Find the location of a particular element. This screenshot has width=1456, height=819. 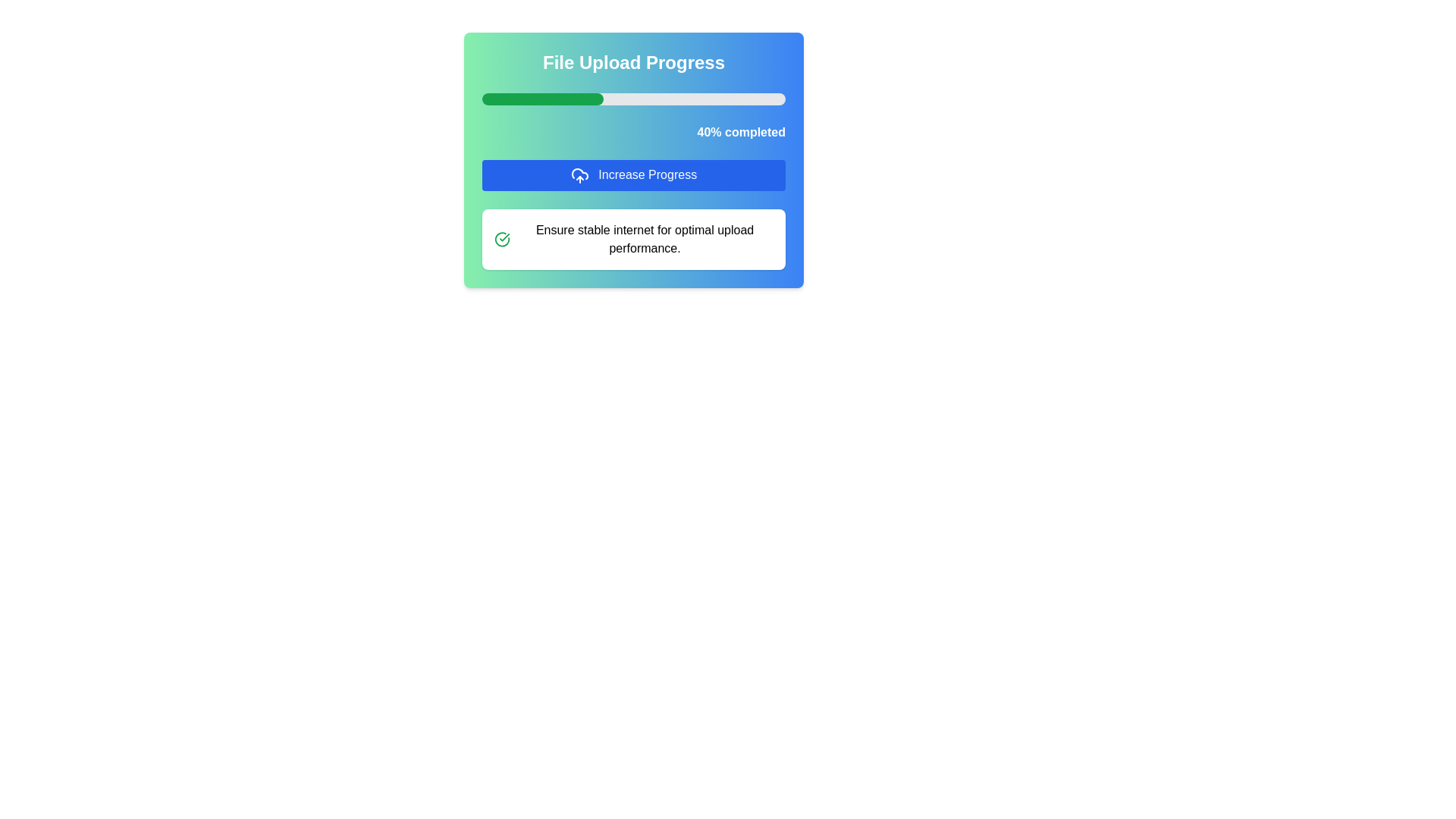

the cloud upload icon located on the left side of the 'Increase Progress' button within the progress card layout is located at coordinates (579, 174).